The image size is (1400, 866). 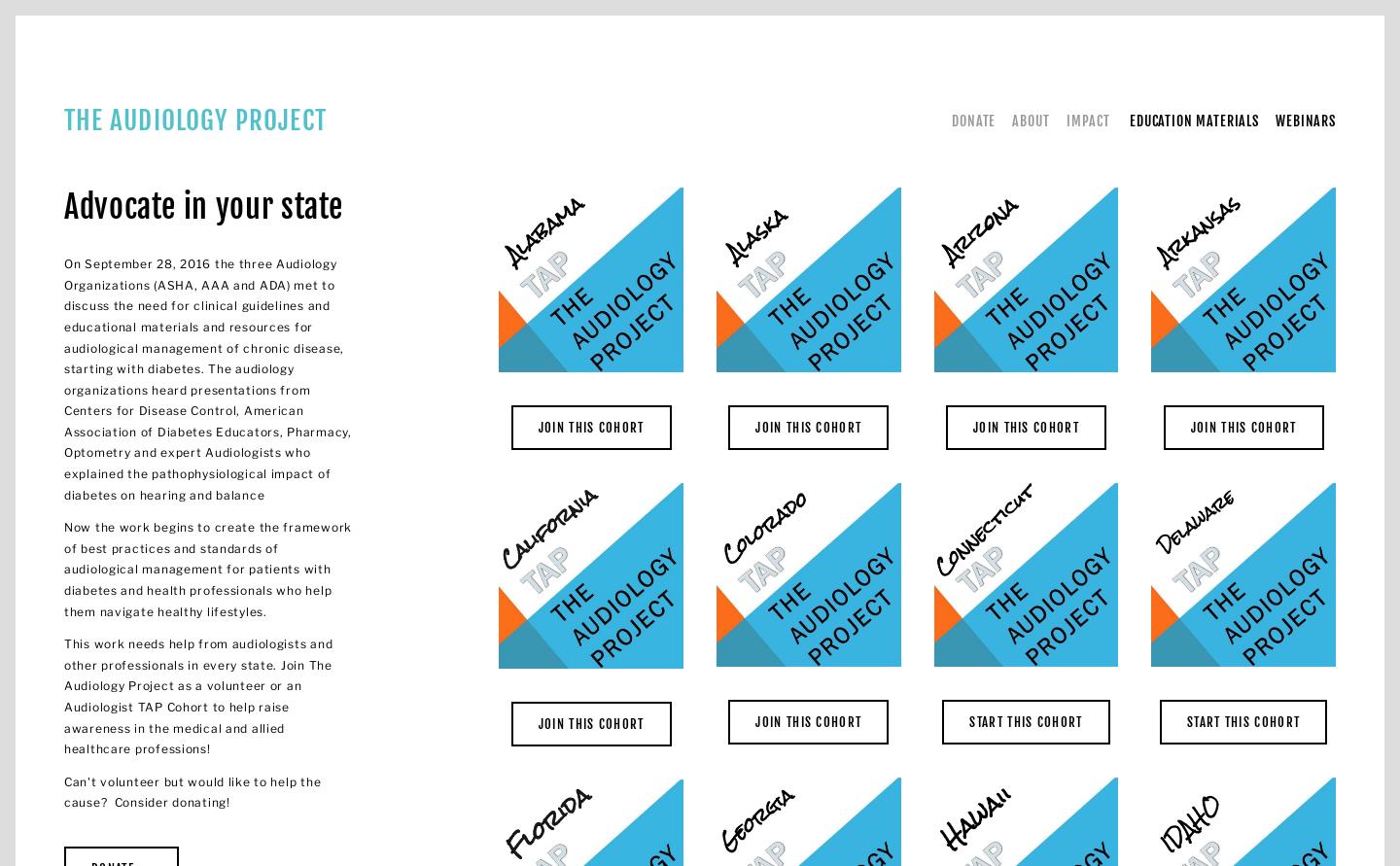 I want to click on 'On September 28, 2016 the three Audiology Organizations (ASHA, AAA and ADA) met to discuss the need for clinical guidelines and educational materials and resources for audiological management of chronic disease, starting with diabetes. The audiology organizations heard presentations from Centers for Disease Control, American Association of Diabetes Educators, Pharmacy, Optometry and expert Audiologists who explained the pathophysiological impact of diabetes on hearing and balance', so click(x=209, y=378).